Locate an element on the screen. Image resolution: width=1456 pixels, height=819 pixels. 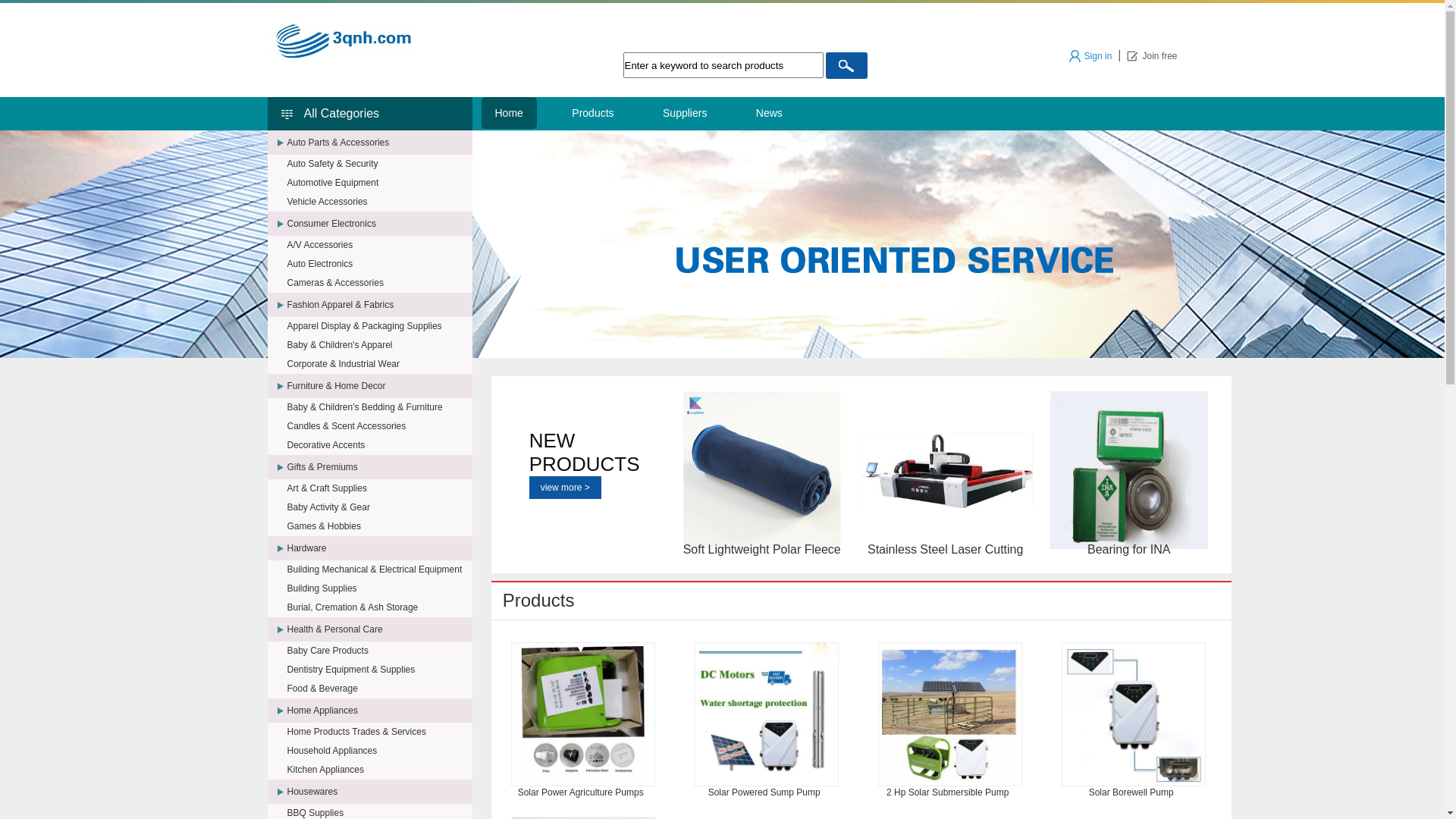
'Baby & Children's Apparel' is located at coordinates (378, 345).